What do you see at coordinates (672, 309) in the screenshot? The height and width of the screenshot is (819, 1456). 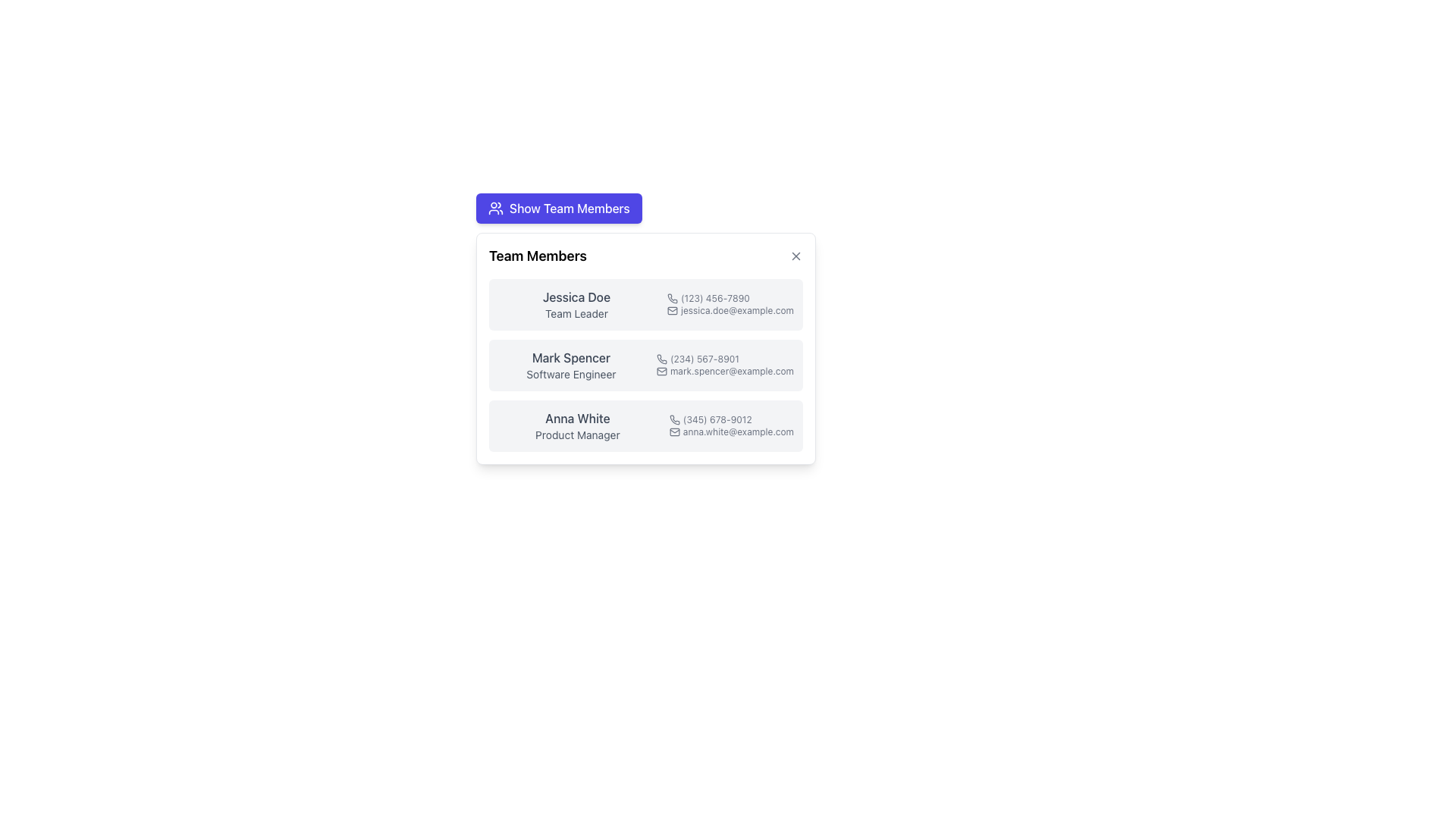 I see `the envelope icon representing email located next to Jessica Doe's email address in the 'Team Members' dialog` at bounding box center [672, 309].